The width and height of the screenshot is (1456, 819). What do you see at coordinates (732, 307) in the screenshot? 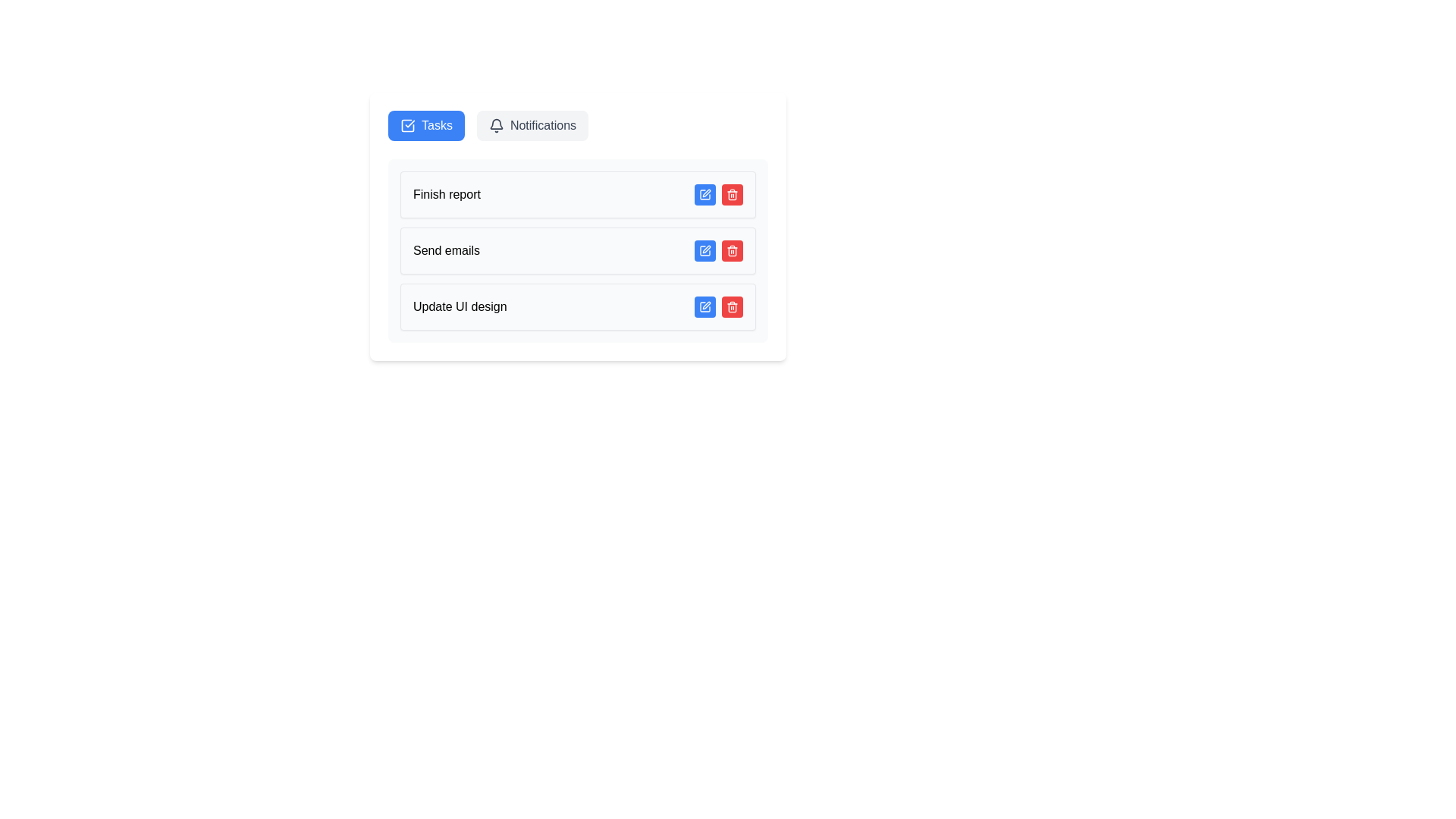
I see `the red square button with rounded corners containing a trashcan icon` at bounding box center [732, 307].